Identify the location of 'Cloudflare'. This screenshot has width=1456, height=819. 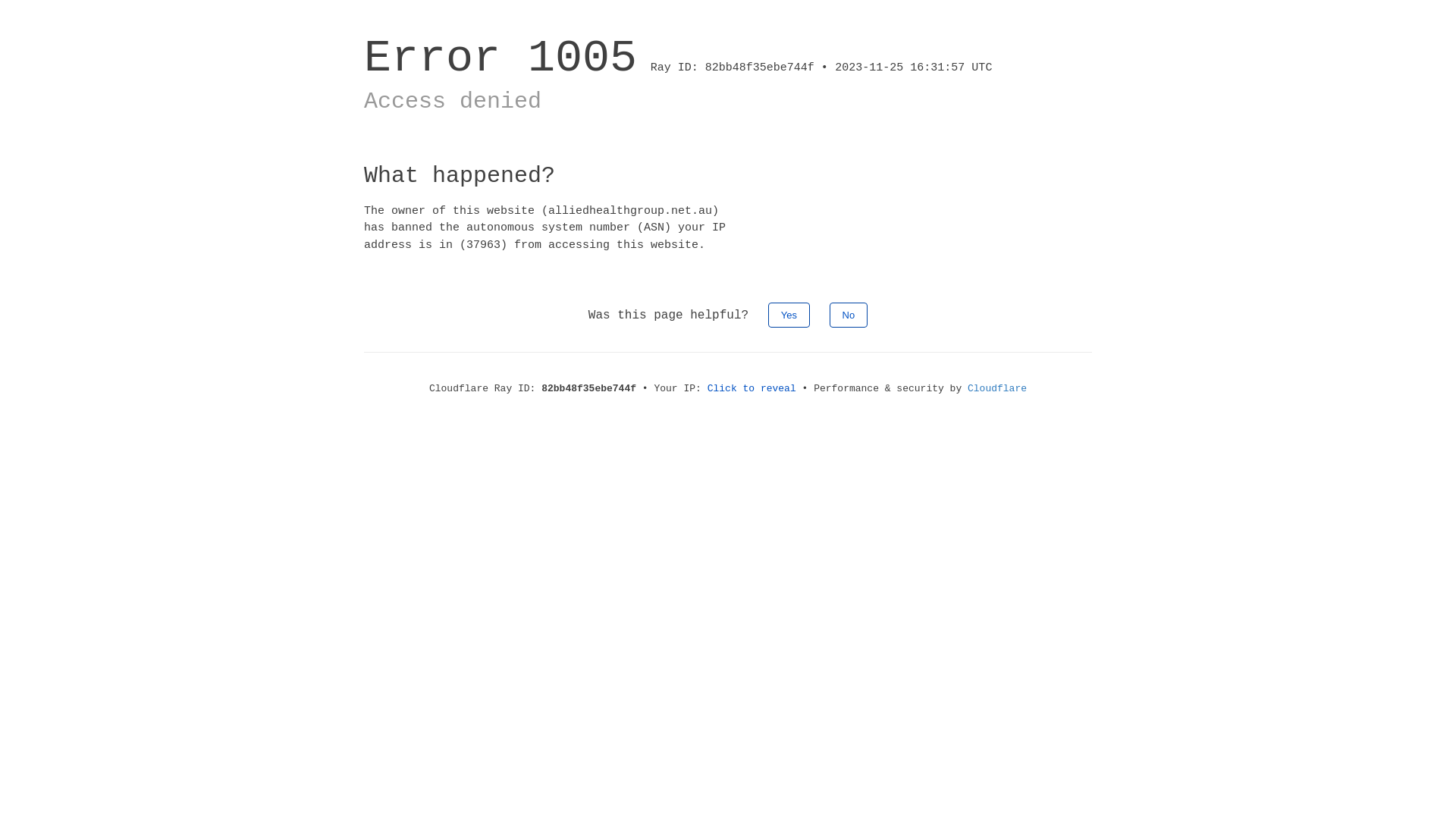
(997, 388).